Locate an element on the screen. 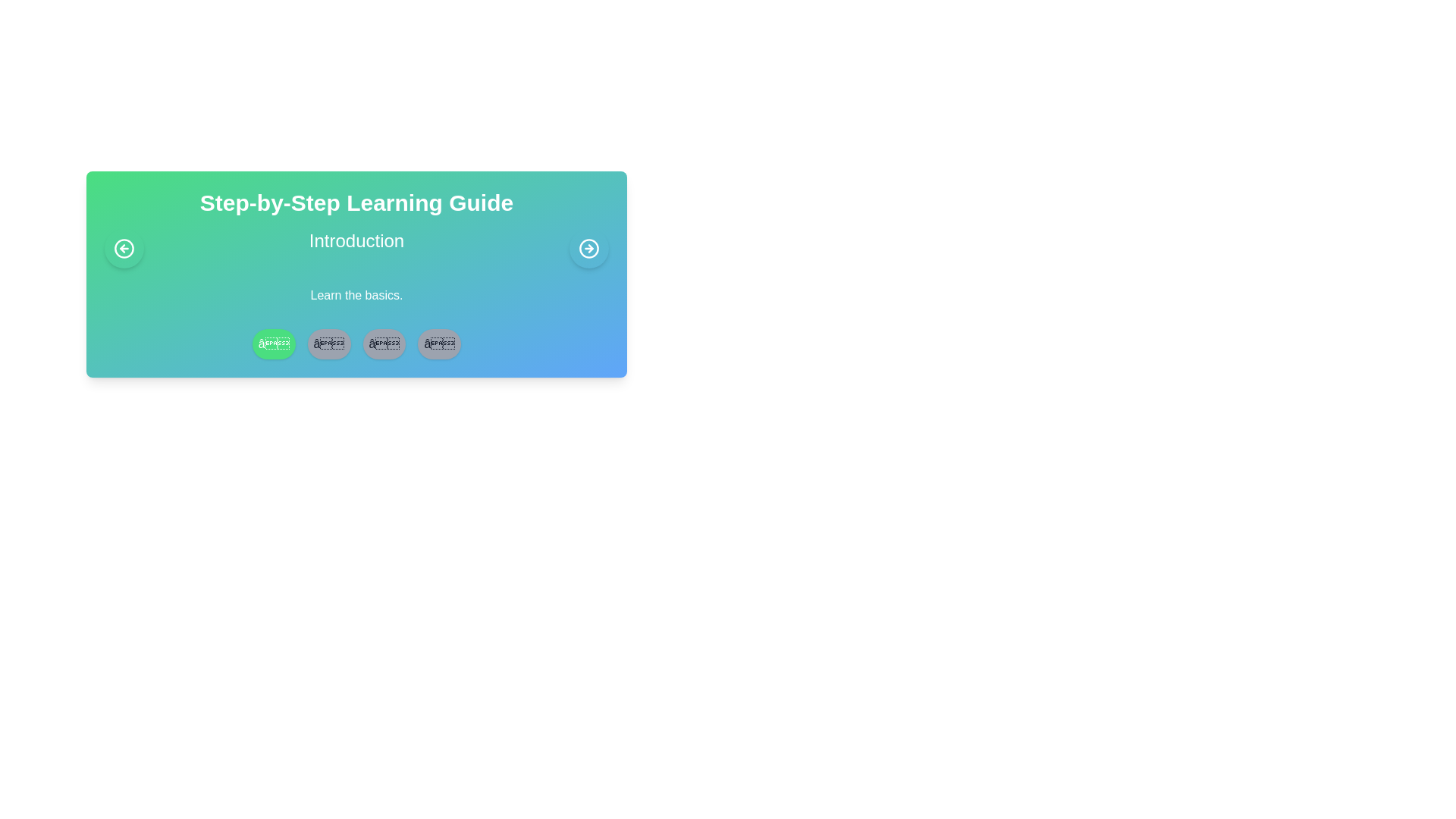 The image size is (1456, 819). the prominent heading element displaying 'Step-by-Step Learning Guide' in a large, bold font, which is centered within a gradient background transitioning from green to blue is located at coordinates (356, 202).